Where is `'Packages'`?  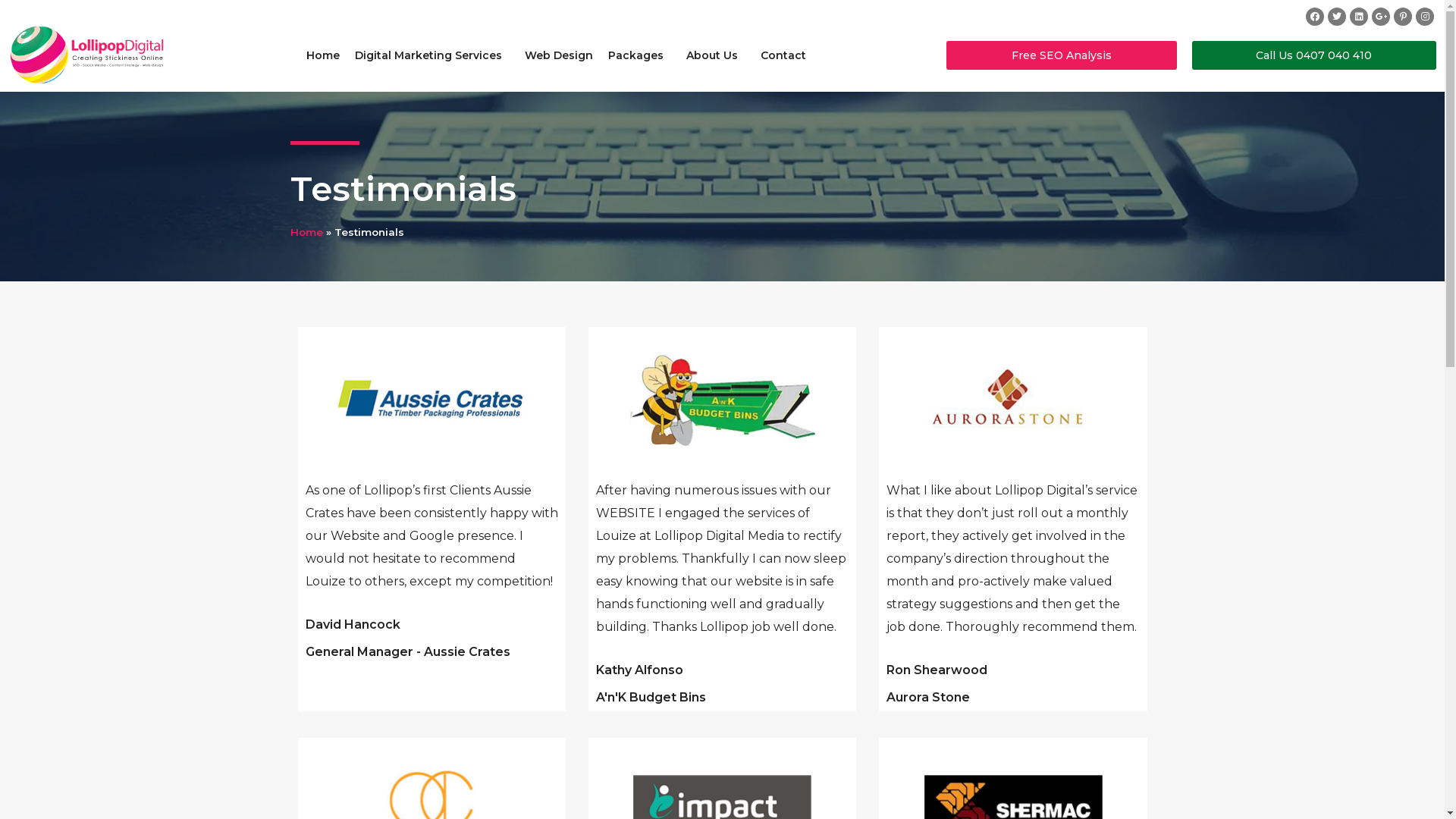
'Packages' is located at coordinates (639, 55).